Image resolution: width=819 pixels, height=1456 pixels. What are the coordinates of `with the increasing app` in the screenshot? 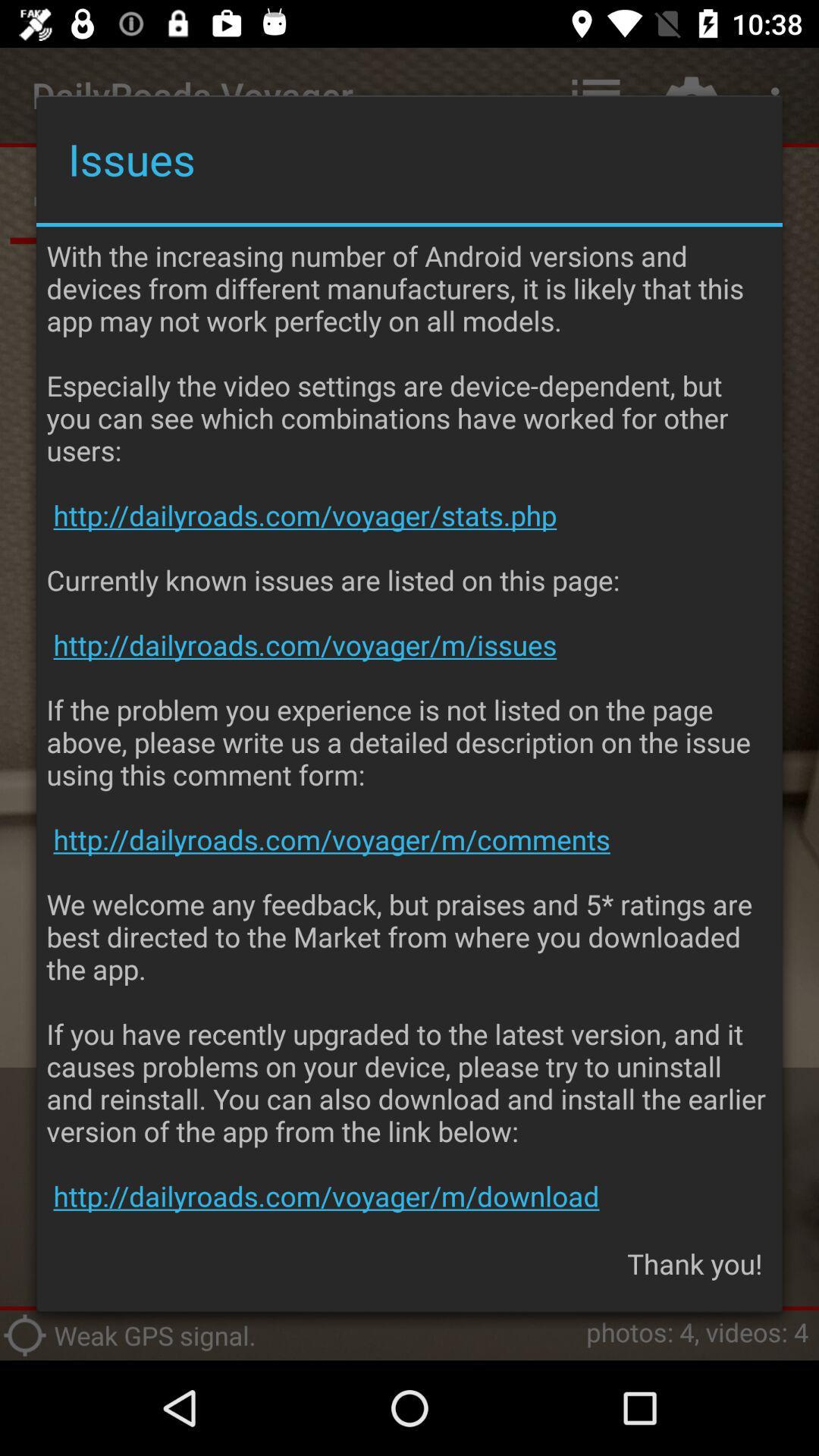 It's located at (409, 725).